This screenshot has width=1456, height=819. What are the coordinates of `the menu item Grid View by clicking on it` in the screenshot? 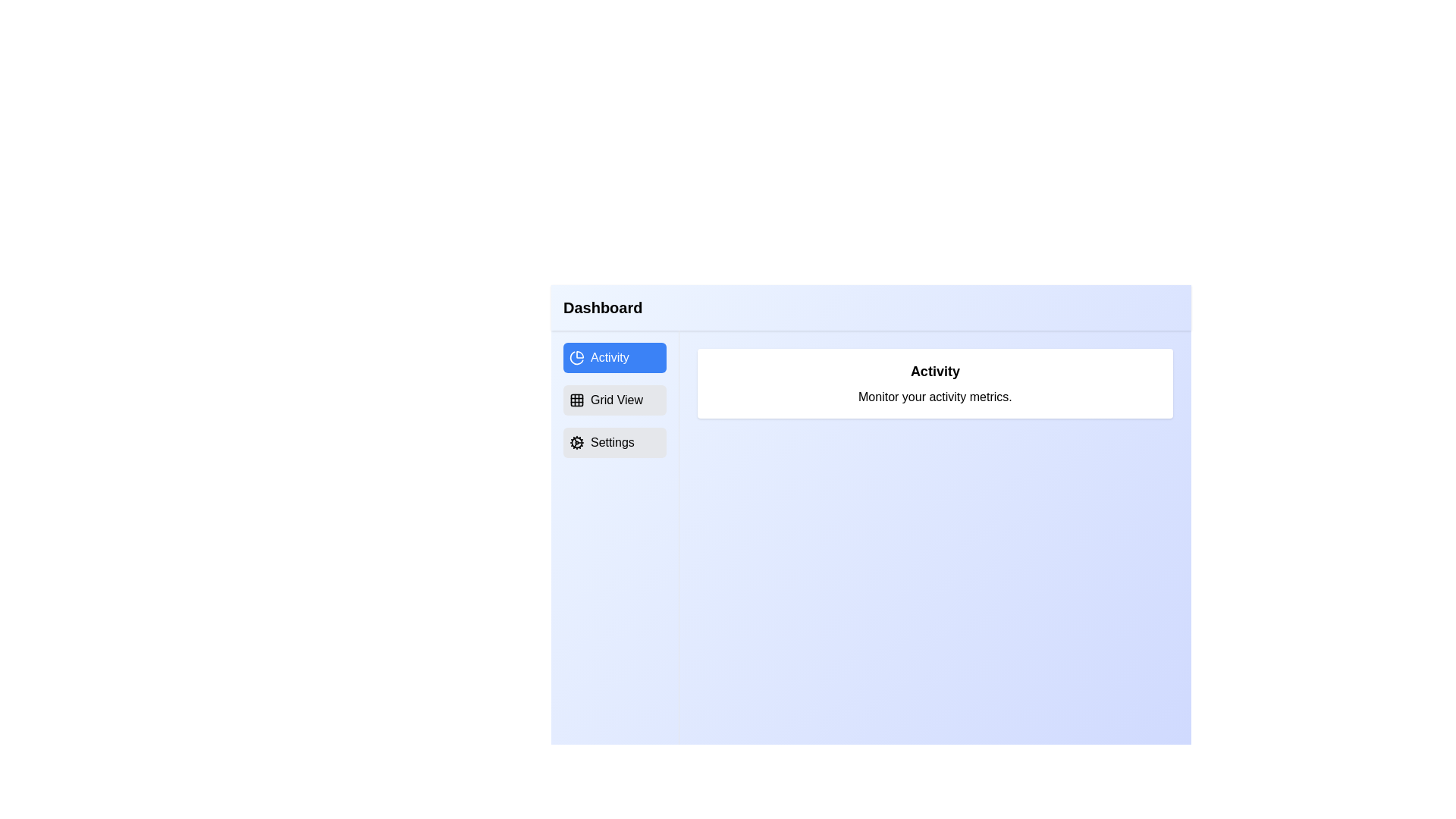 It's located at (614, 400).